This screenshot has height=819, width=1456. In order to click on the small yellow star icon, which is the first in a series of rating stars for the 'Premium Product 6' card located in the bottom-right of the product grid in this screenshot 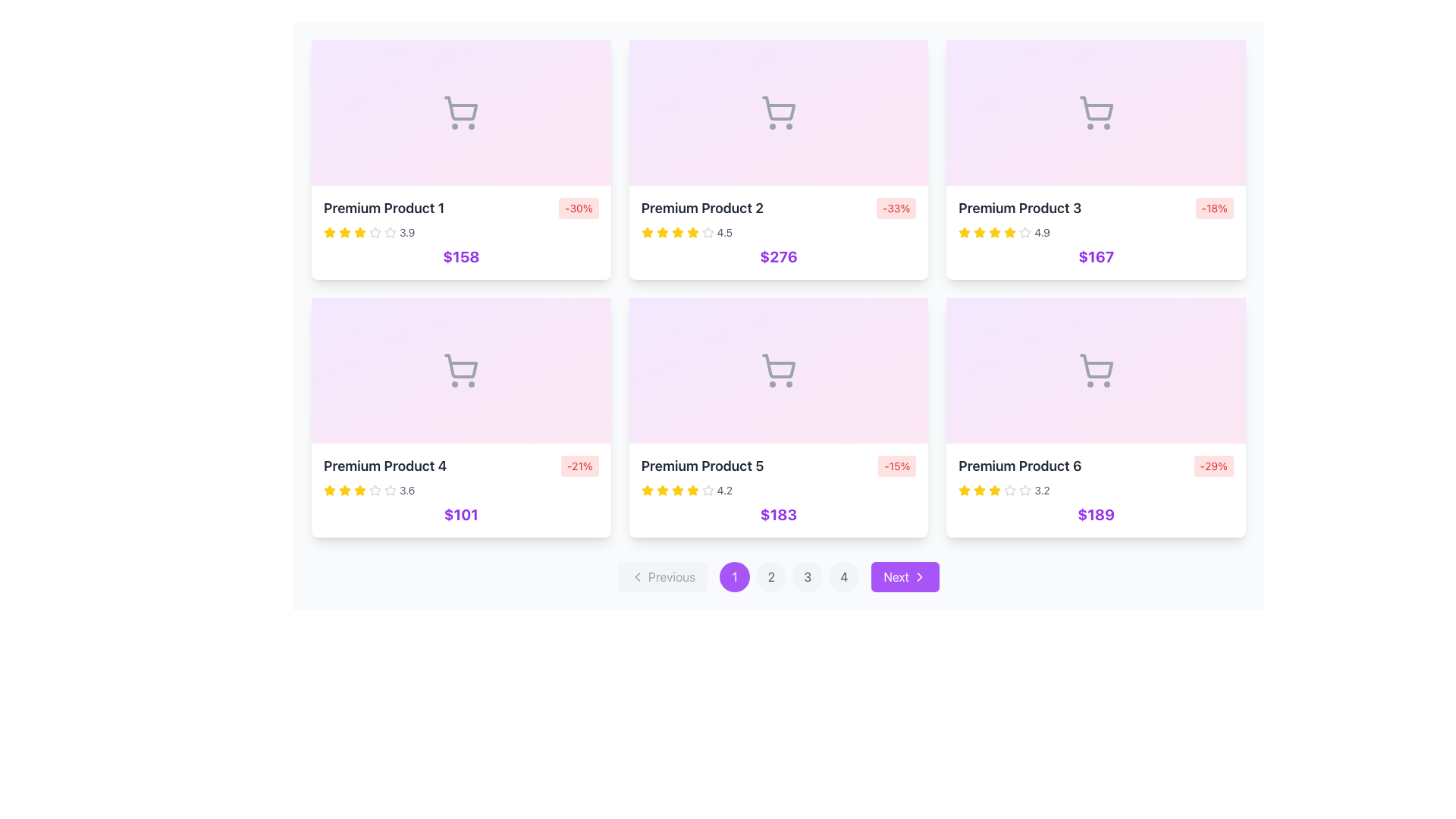, I will do `click(964, 491)`.